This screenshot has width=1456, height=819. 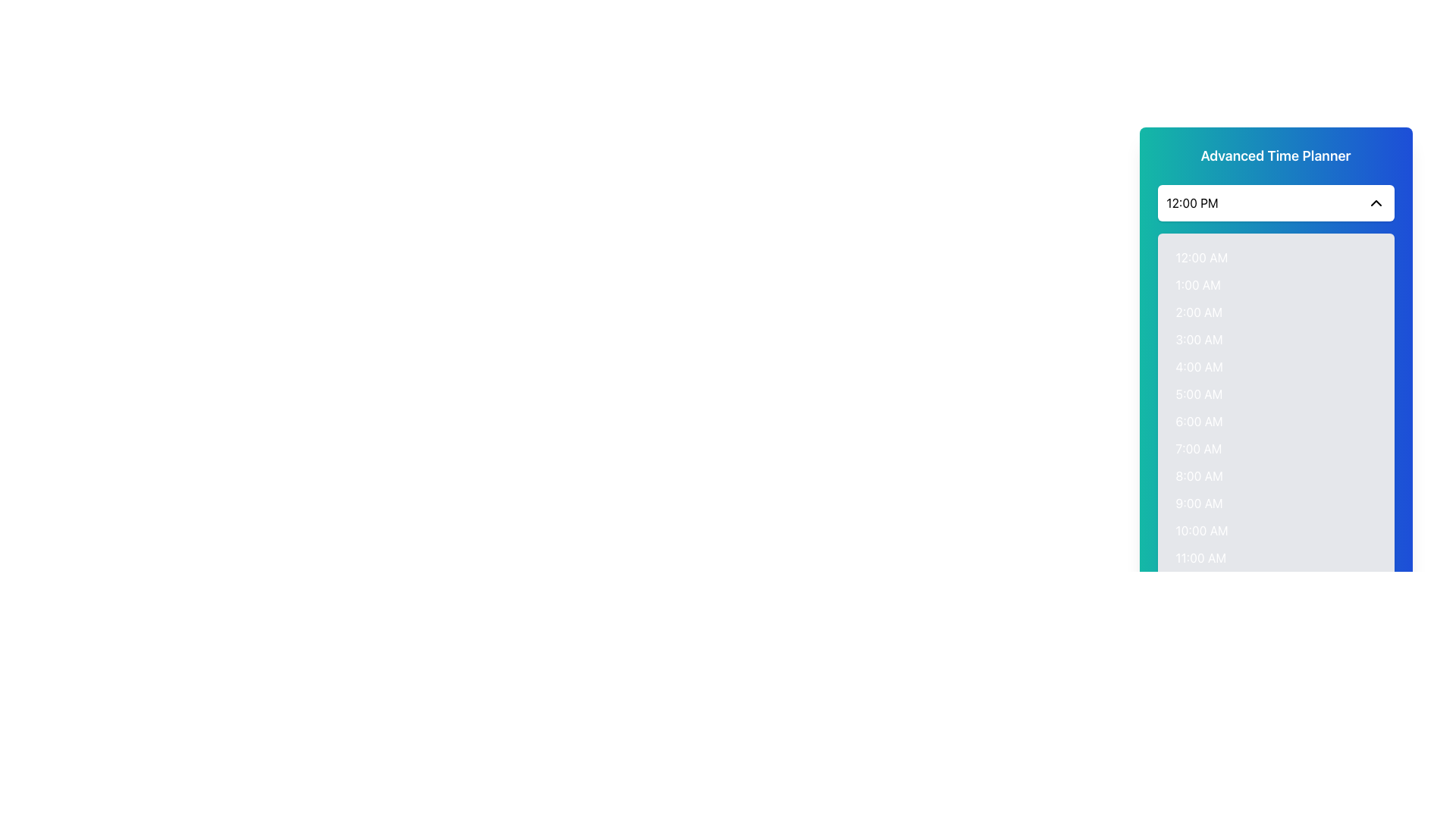 I want to click on the sixth list item displaying the time value '5:00 AM' in the dropdown menu, so click(x=1275, y=394).